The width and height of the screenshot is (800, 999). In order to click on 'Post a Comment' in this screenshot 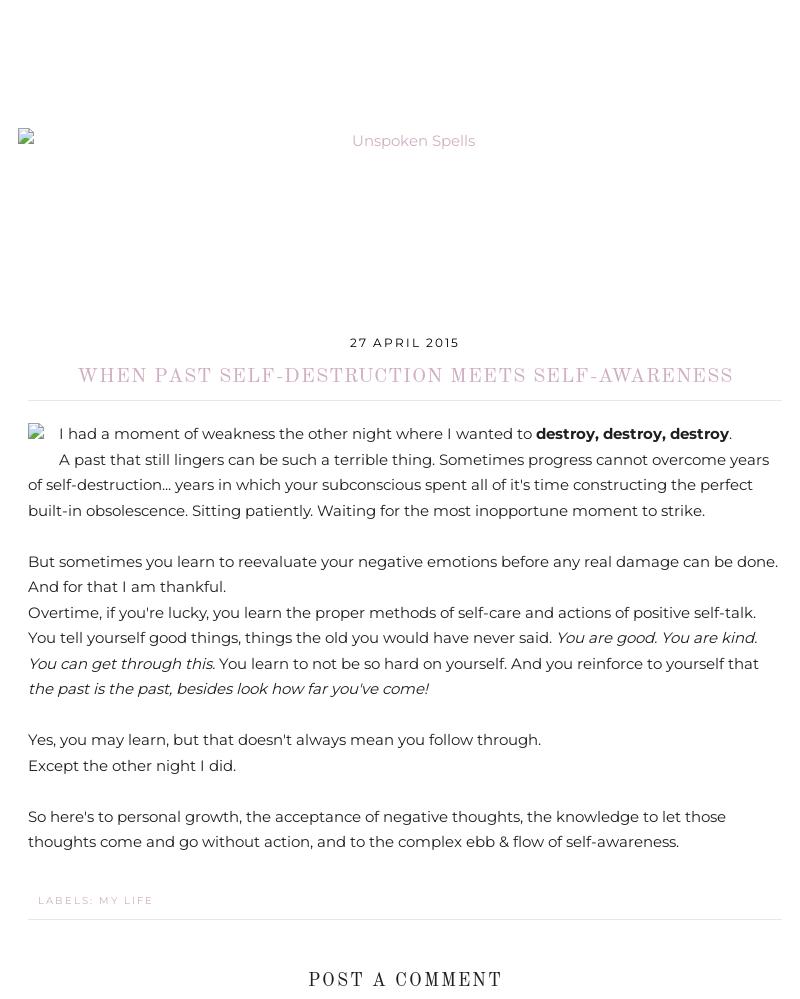, I will do `click(404, 979)`.